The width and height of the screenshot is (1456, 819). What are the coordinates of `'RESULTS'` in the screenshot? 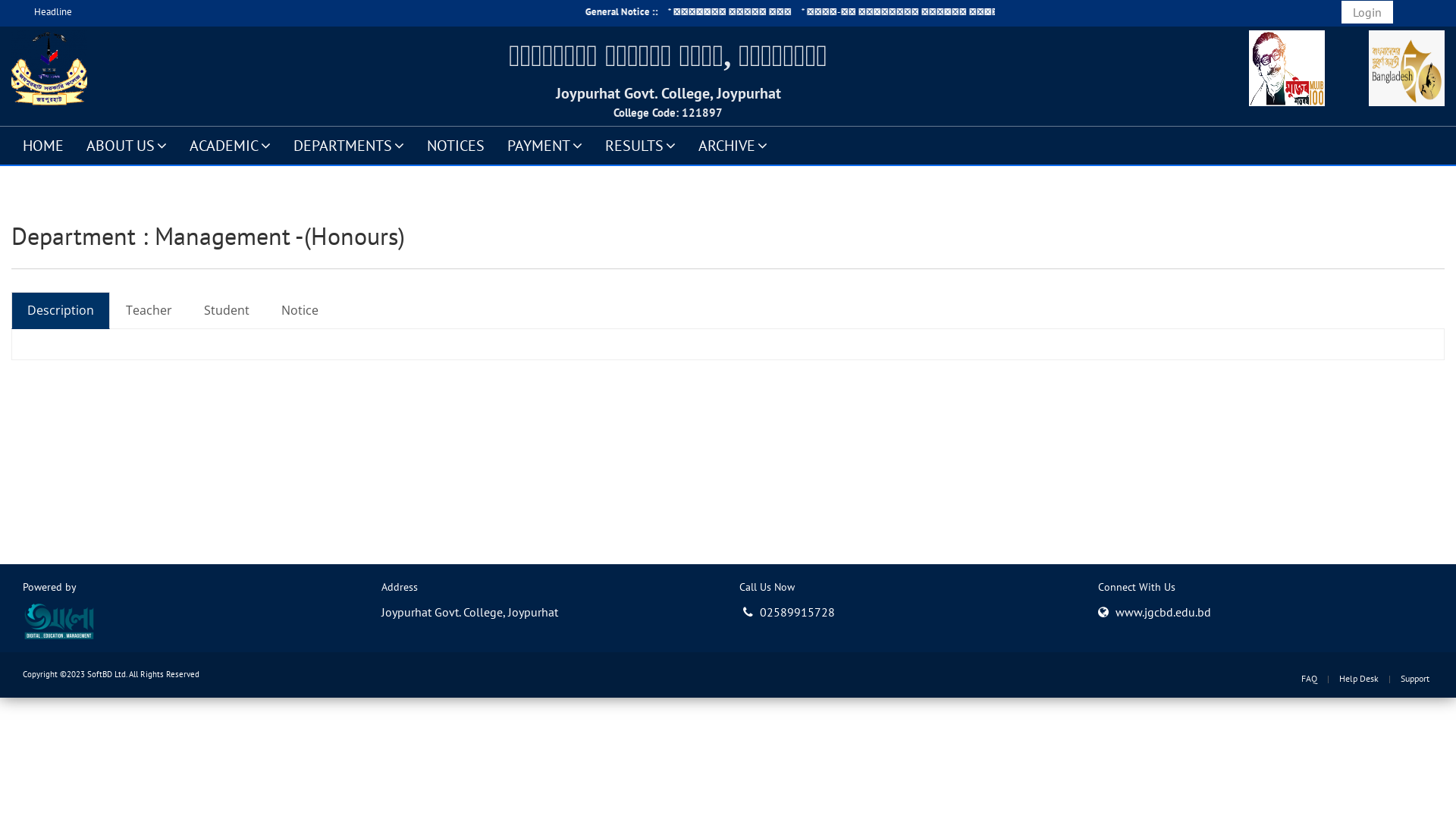 It's located at (592, 145).